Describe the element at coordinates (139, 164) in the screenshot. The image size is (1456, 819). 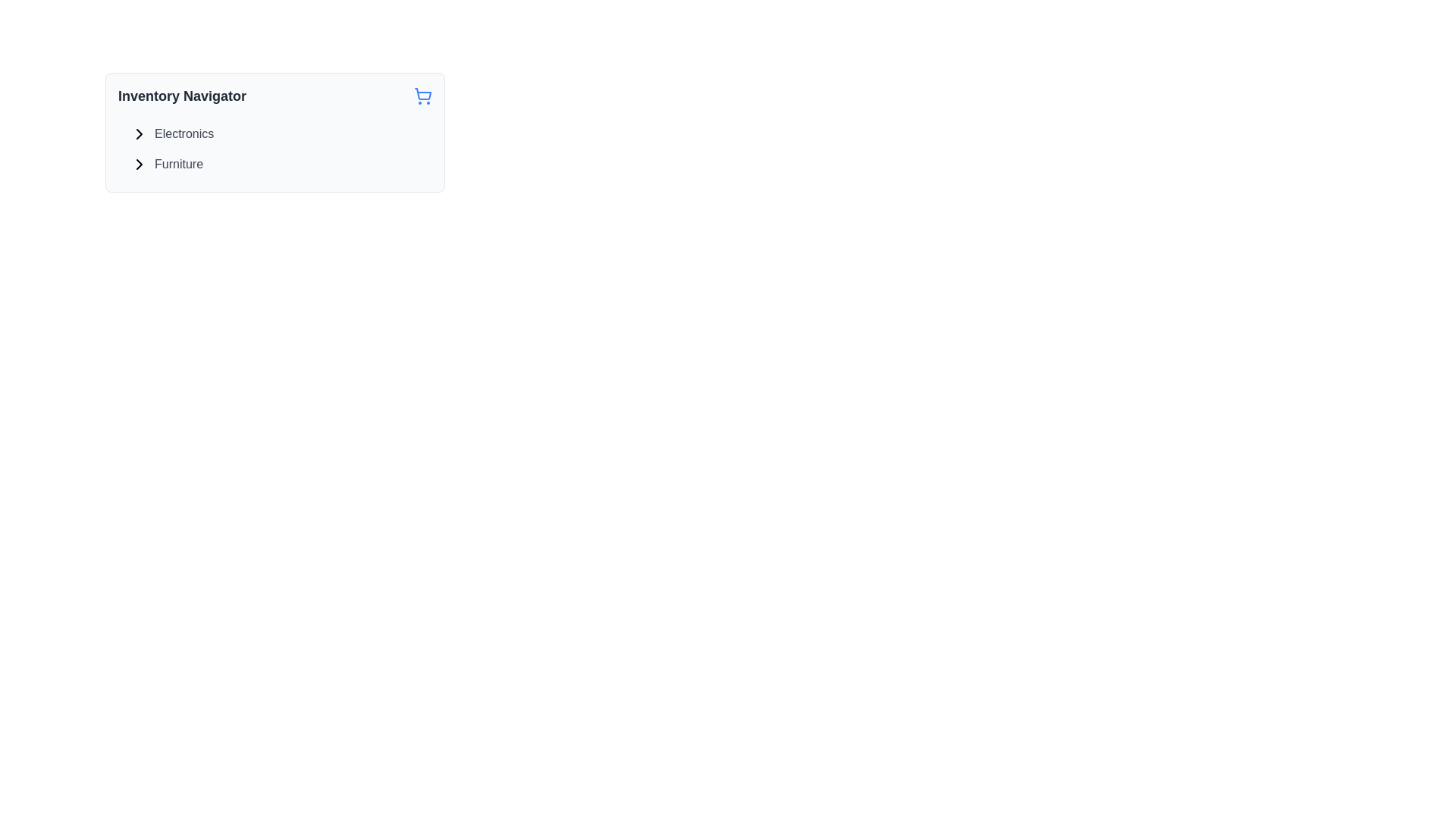
I see `the second arrow icon located to the left of the 'Furniture' label in the 'Inventory Navigator' panel` at that location.